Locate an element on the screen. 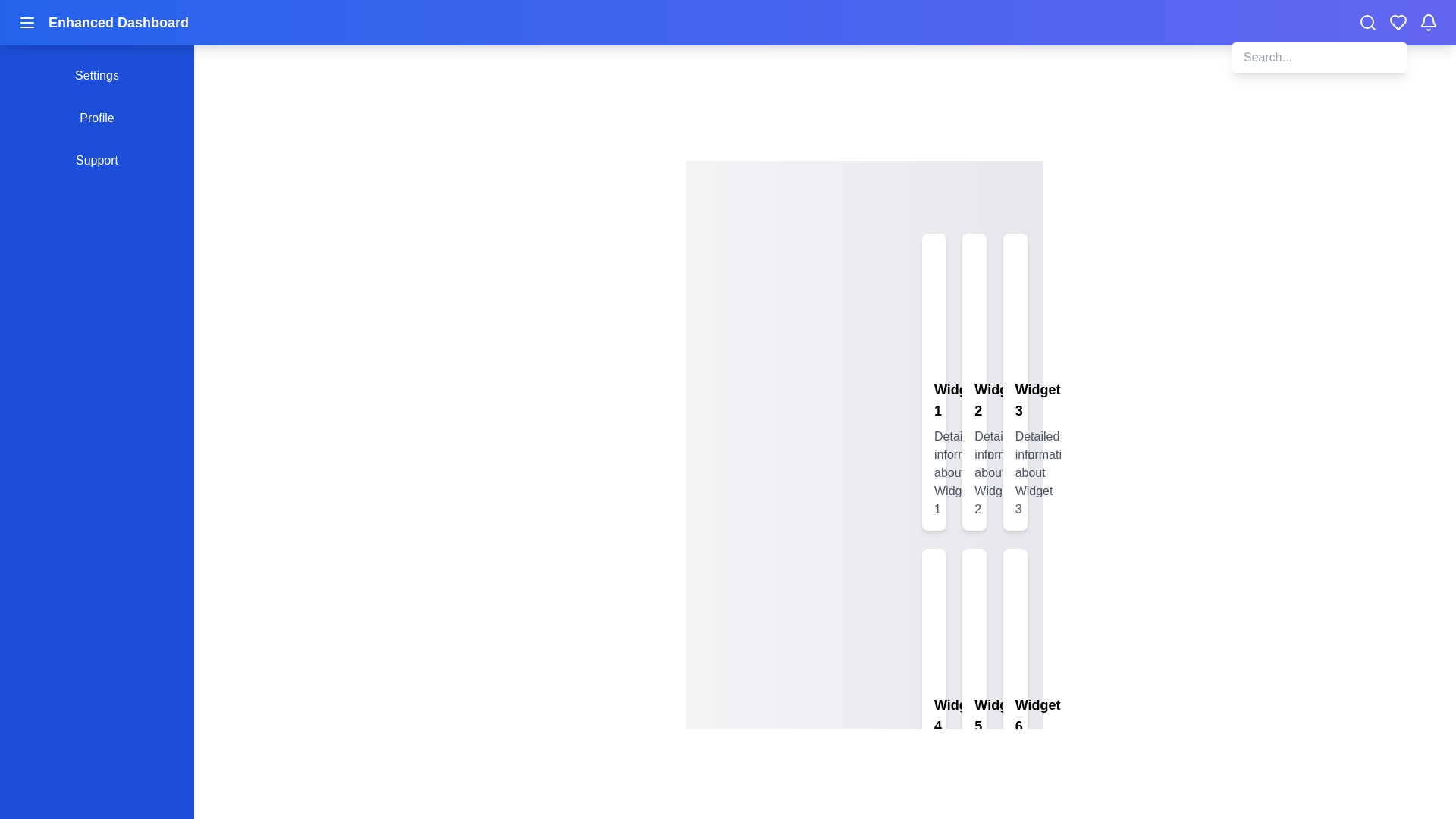 This screenshot has width=1456, height=819. the notification bell icon located in the top-right corner of the dashboard interface, adjacent to a heart icon and a search bar is located at coordinates (1427, 20).